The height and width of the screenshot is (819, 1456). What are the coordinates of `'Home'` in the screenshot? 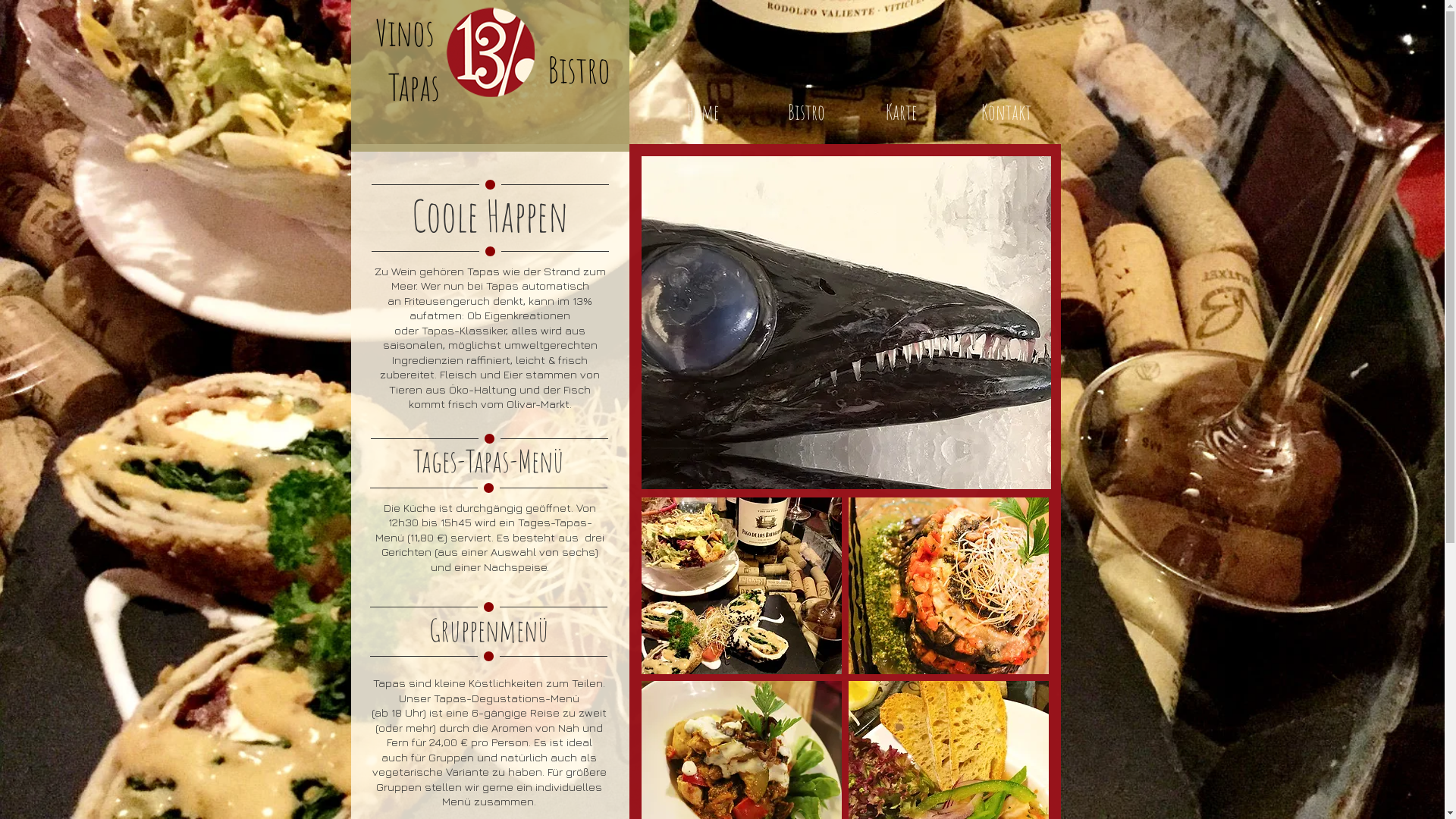 It's located at (701, 111).